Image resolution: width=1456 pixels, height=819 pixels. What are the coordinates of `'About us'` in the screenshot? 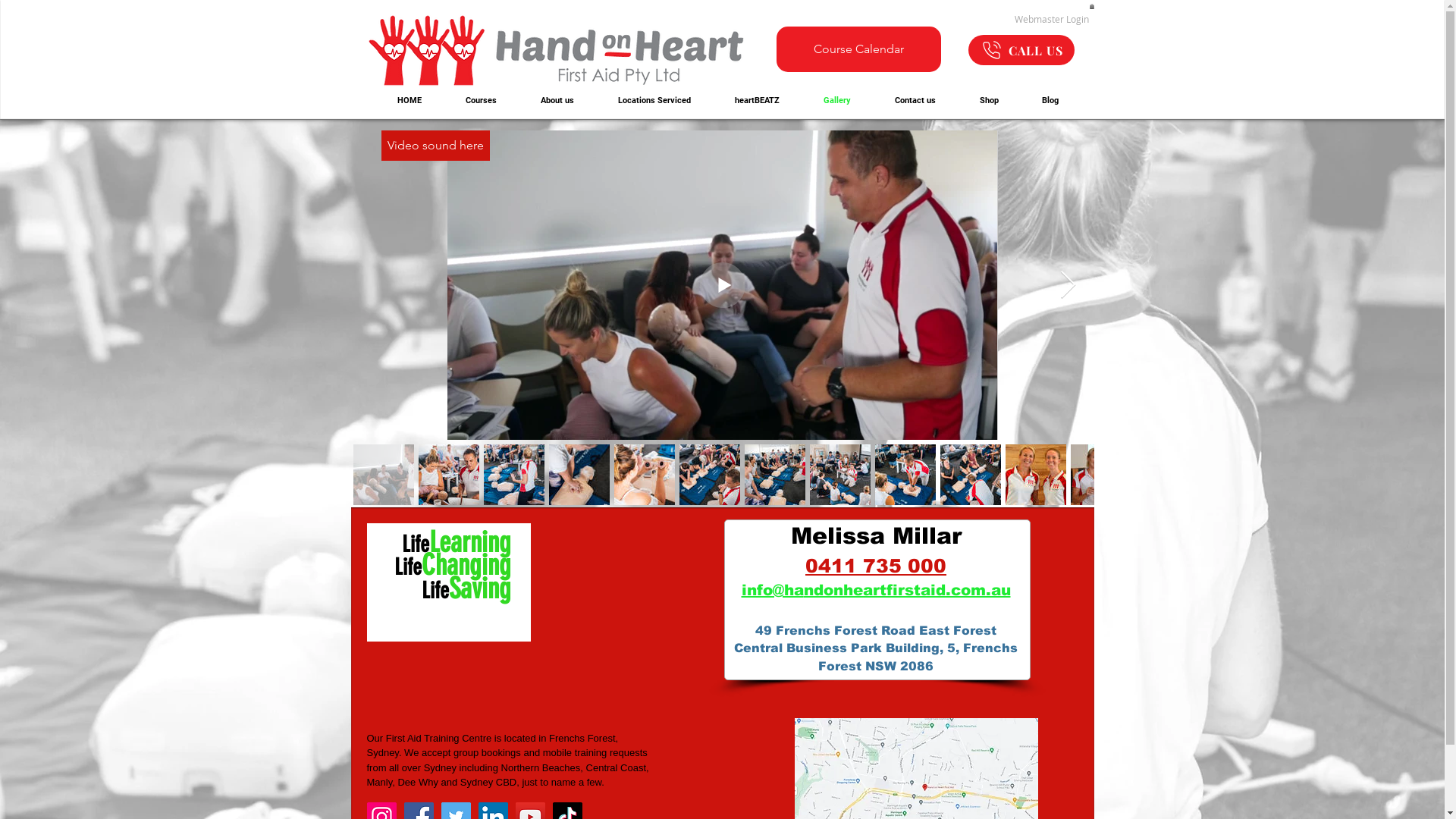 It's located at (556, 100).